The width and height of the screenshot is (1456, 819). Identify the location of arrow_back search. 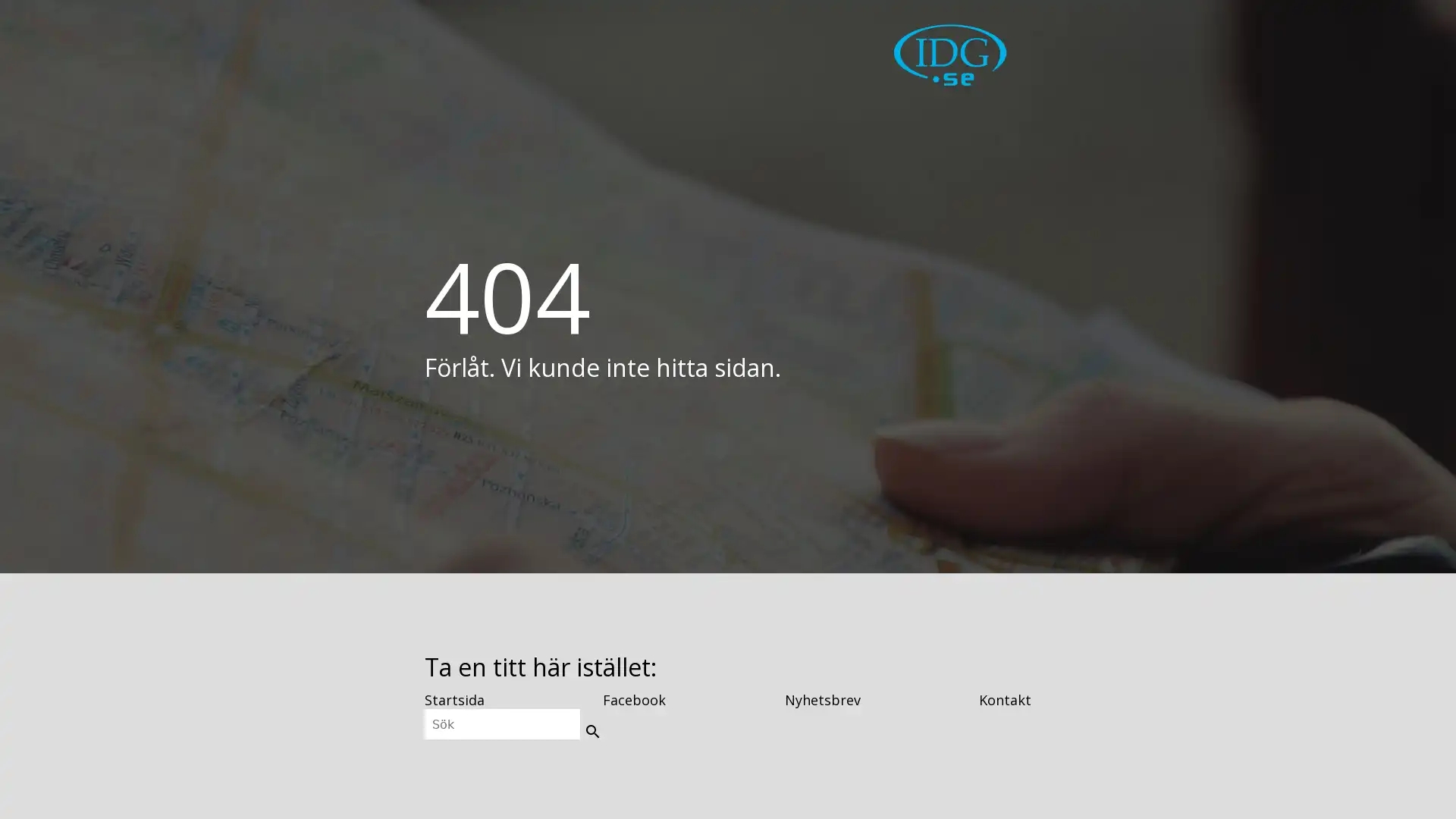
(590, 727).